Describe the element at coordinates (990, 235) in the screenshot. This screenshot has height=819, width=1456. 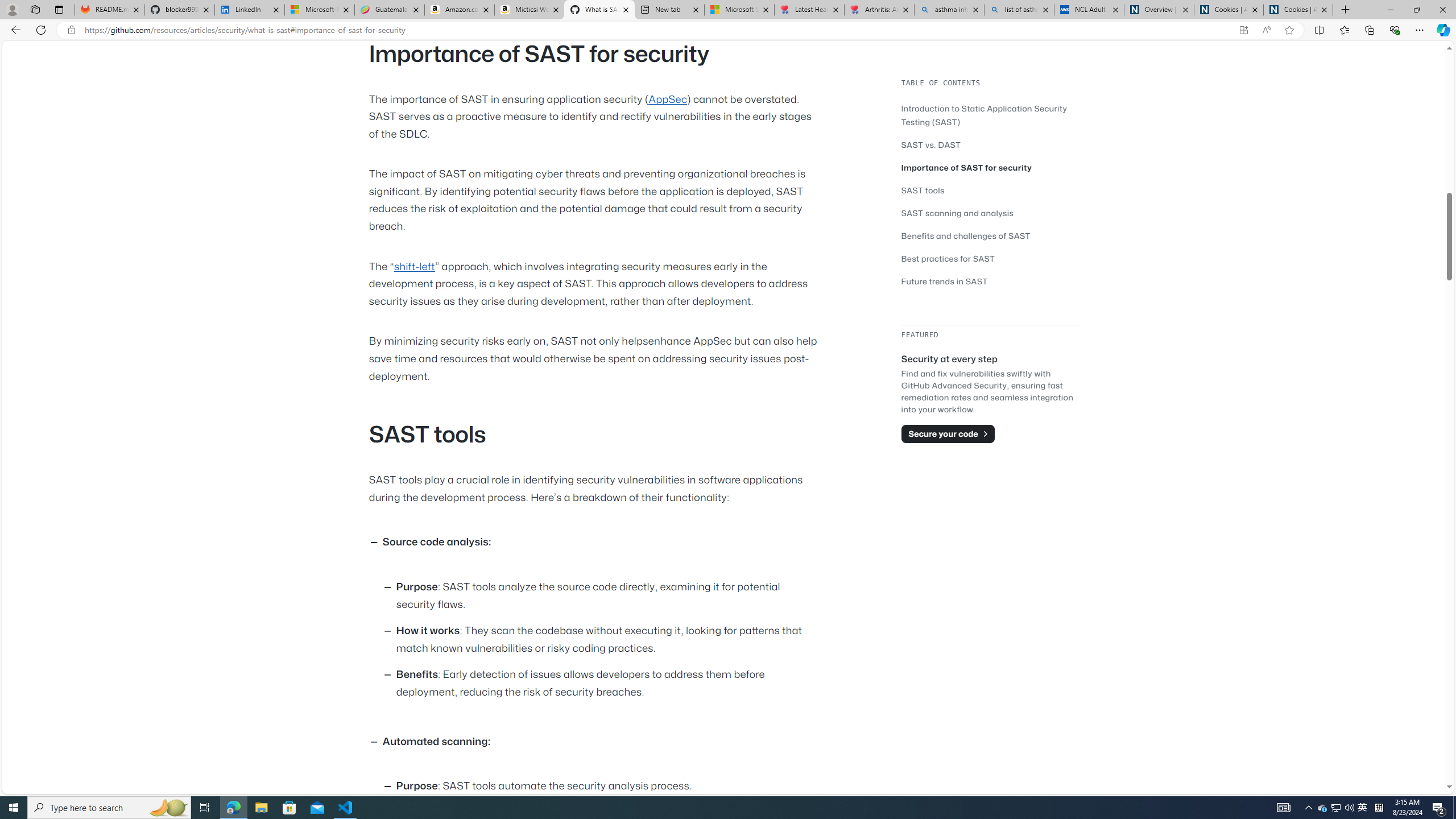
I see `'Benefits and challenges of SAST'` at that location.